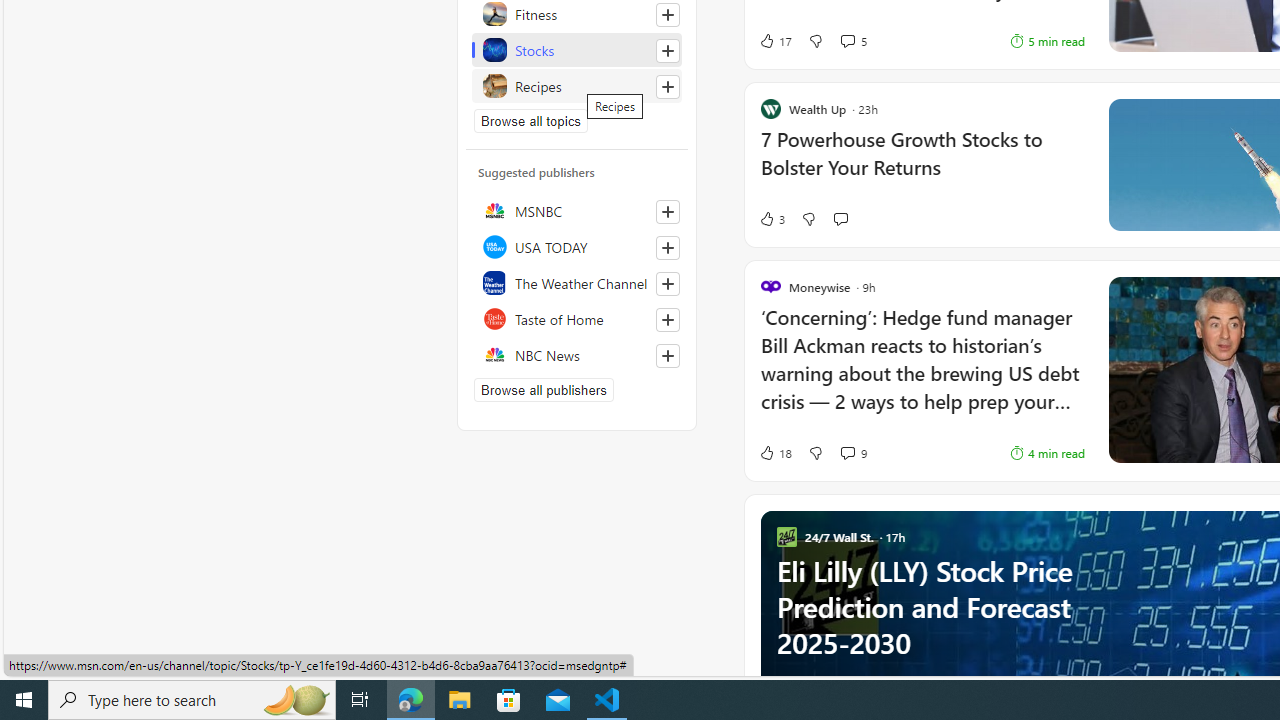  I want to click on 'Taste of Home', so click(576, 317).